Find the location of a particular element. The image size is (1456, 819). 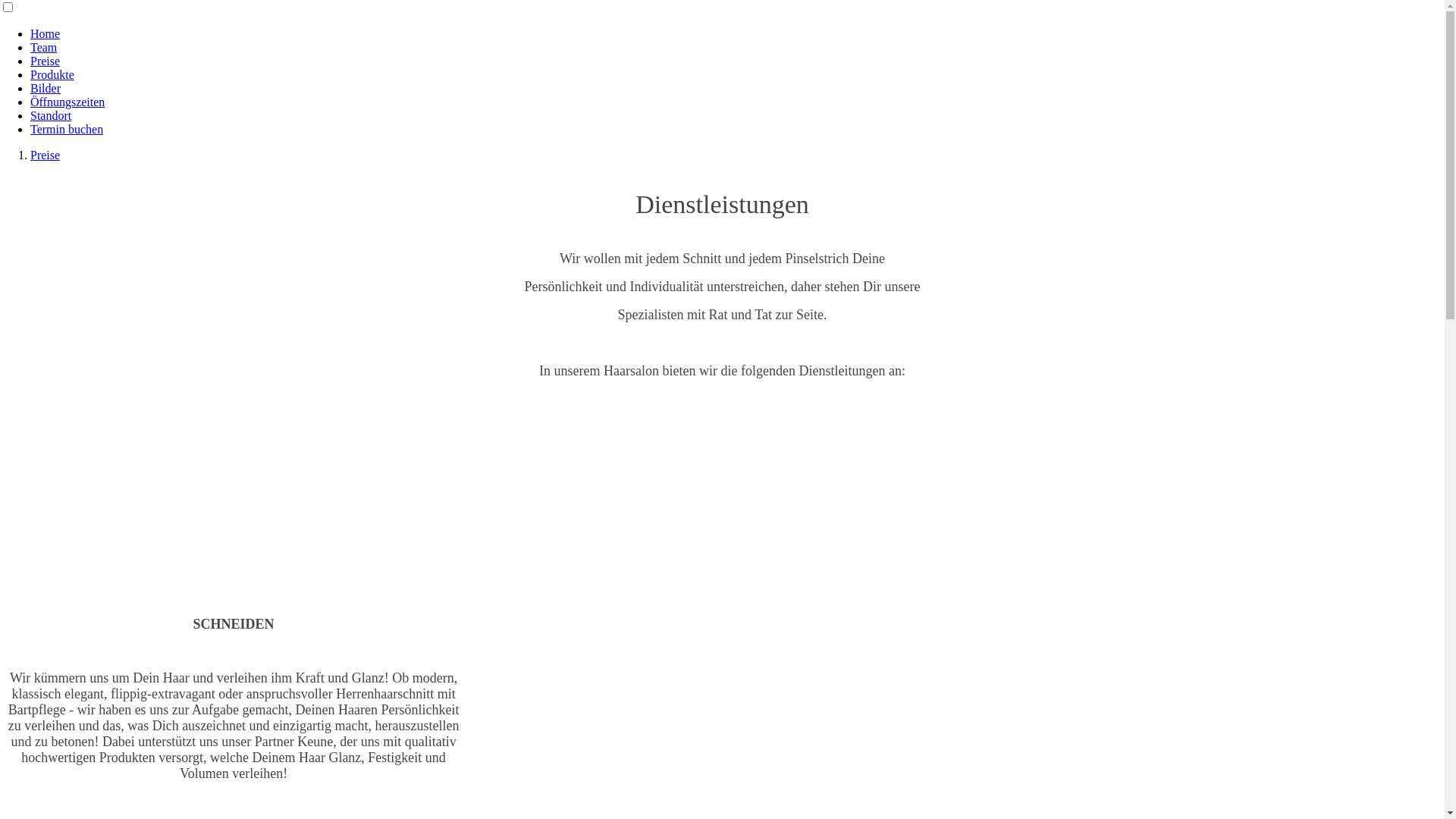

'Home' is located at coordinates (45, 33).